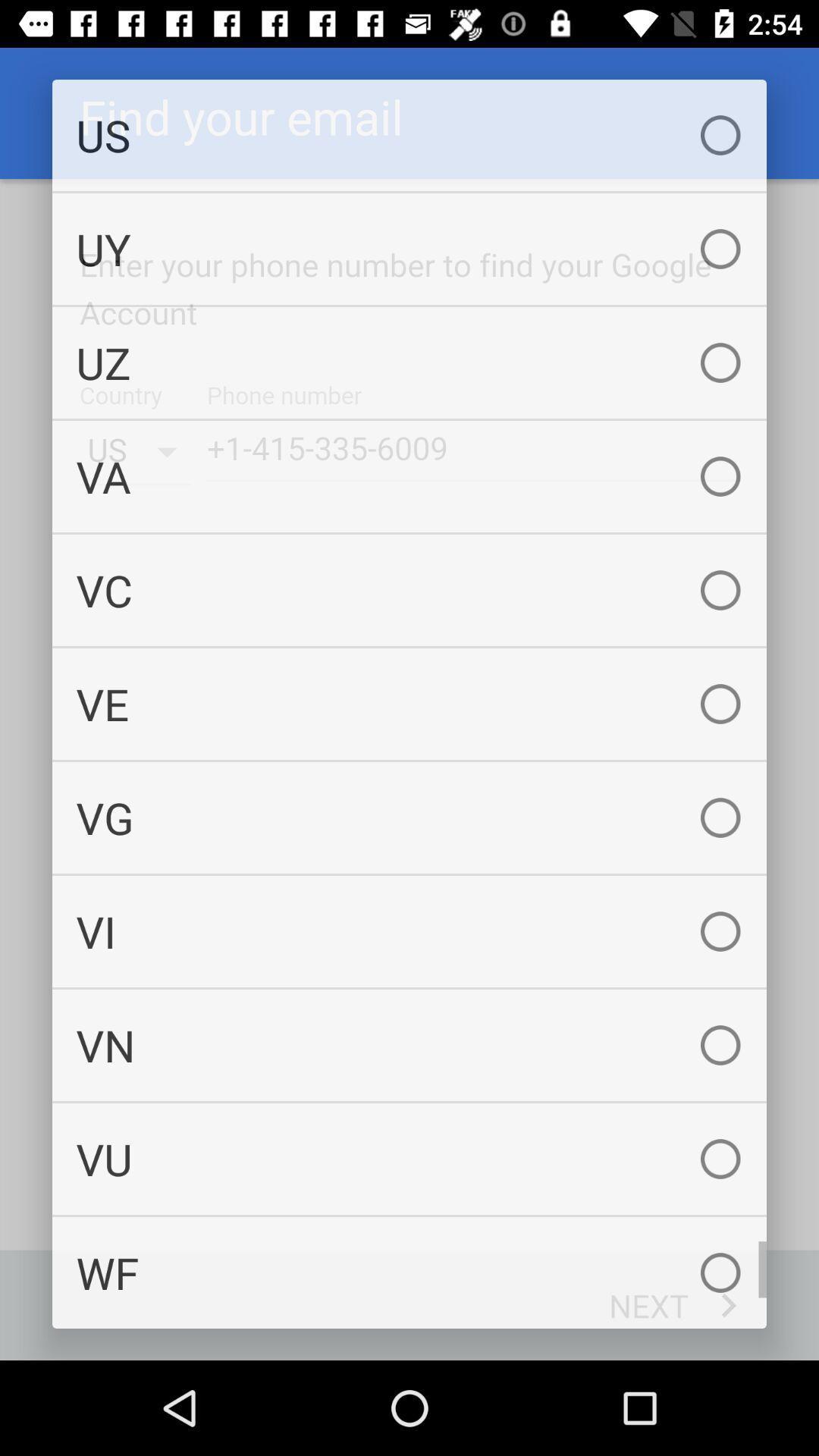  What do you see at coordinates (409, 249) in the screenshot?
I see `item above the uz icon` at bounding box center [409, 249].